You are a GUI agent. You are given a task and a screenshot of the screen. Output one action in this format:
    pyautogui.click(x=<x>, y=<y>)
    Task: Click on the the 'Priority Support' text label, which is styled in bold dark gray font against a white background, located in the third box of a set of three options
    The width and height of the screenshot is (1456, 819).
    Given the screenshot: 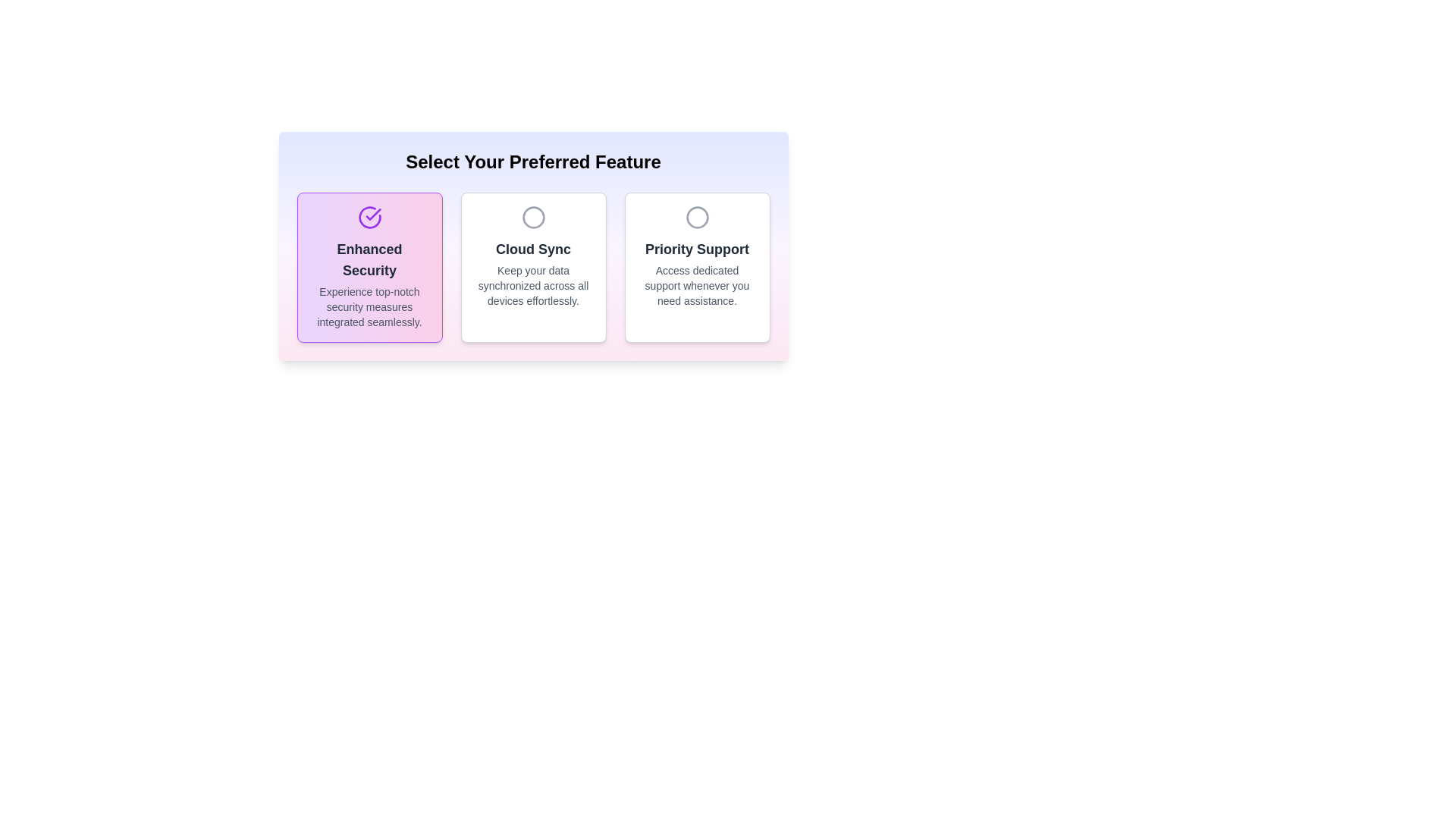 What is the action you would take?
    pyautogui.click(x=696, y=248)
    